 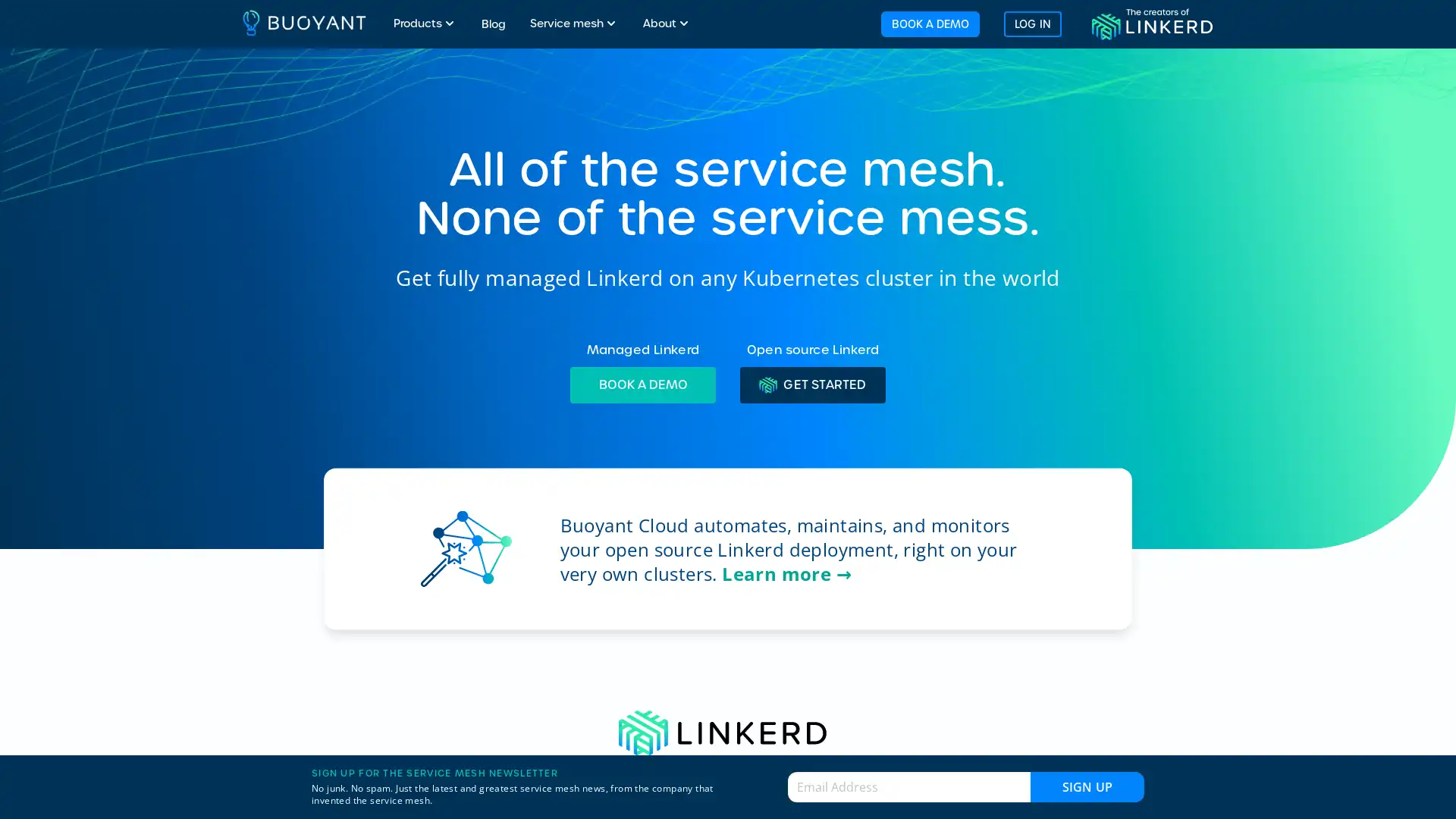 What do you see at coordinates (1087, 786) in the screenshot?
I see `Sign up` at bounding box center [1087, 786].